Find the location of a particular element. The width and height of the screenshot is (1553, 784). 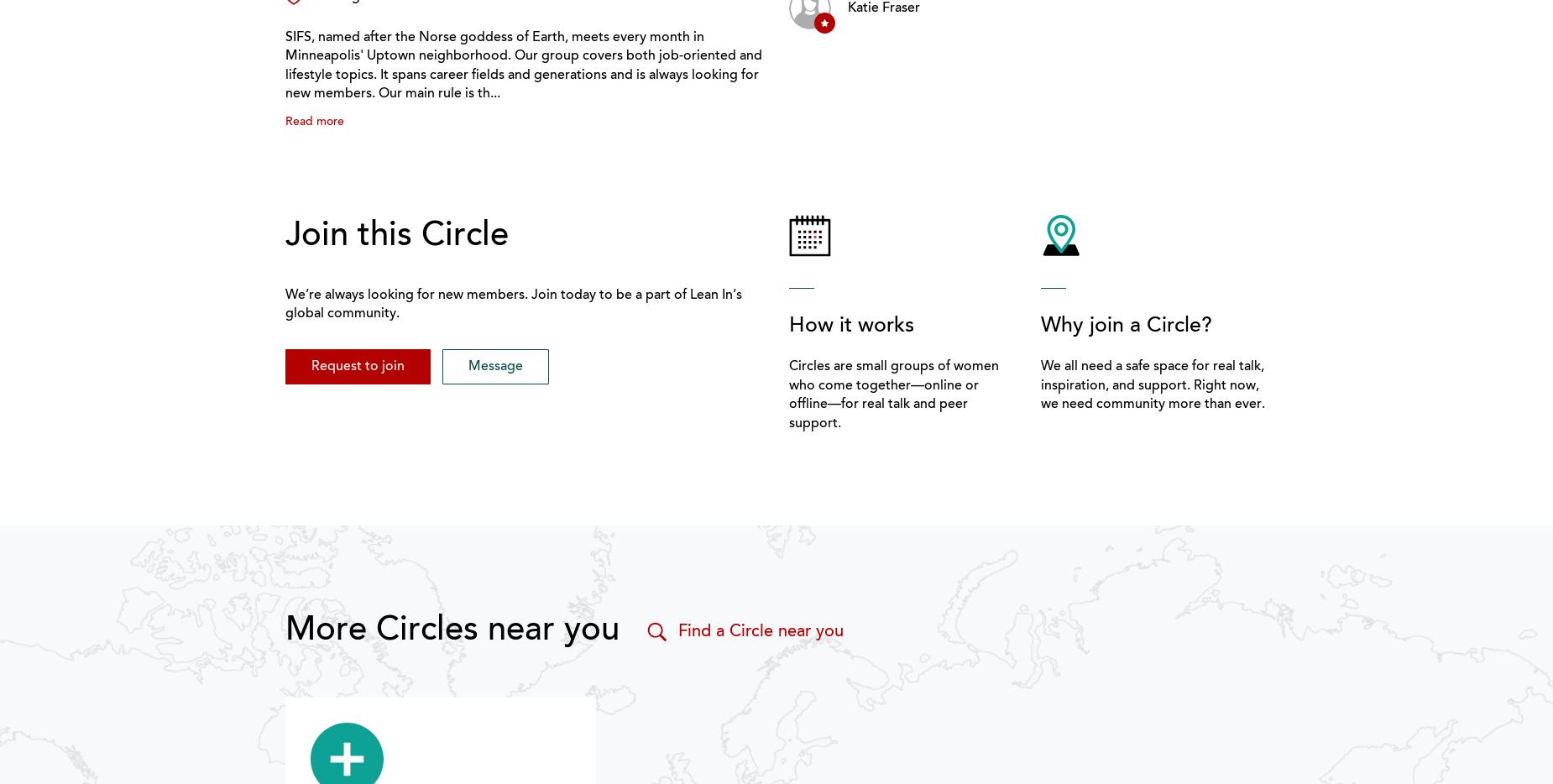

'We’re always looking for new members. Join today to be a part of Lean In’s global community.' is located at coordinates (285, 305).